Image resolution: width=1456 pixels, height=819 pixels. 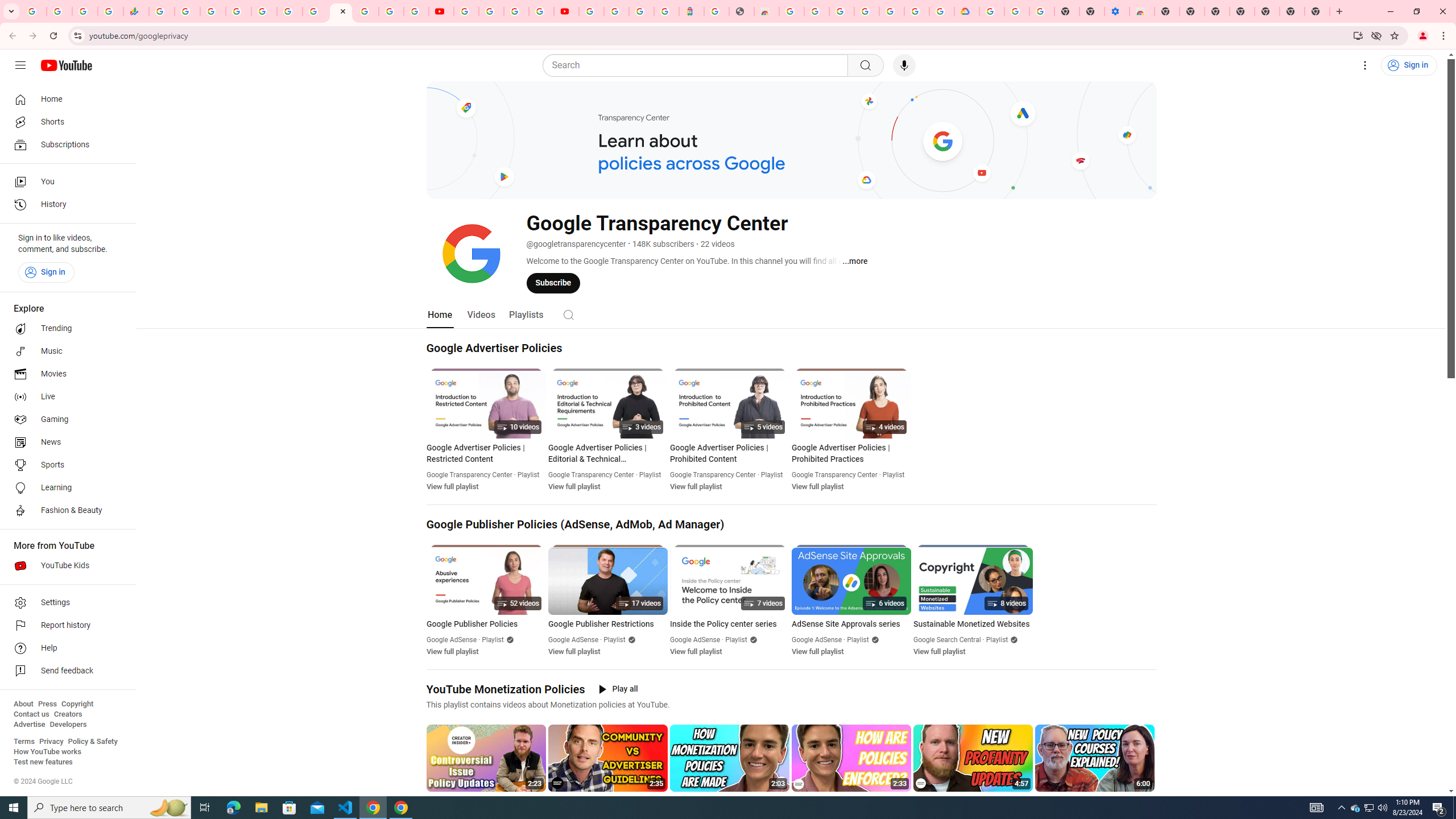 What do you see at coordinates (42, 761) in the screenshot?
I see `'Test new features'` at bounding box center [42, 761].